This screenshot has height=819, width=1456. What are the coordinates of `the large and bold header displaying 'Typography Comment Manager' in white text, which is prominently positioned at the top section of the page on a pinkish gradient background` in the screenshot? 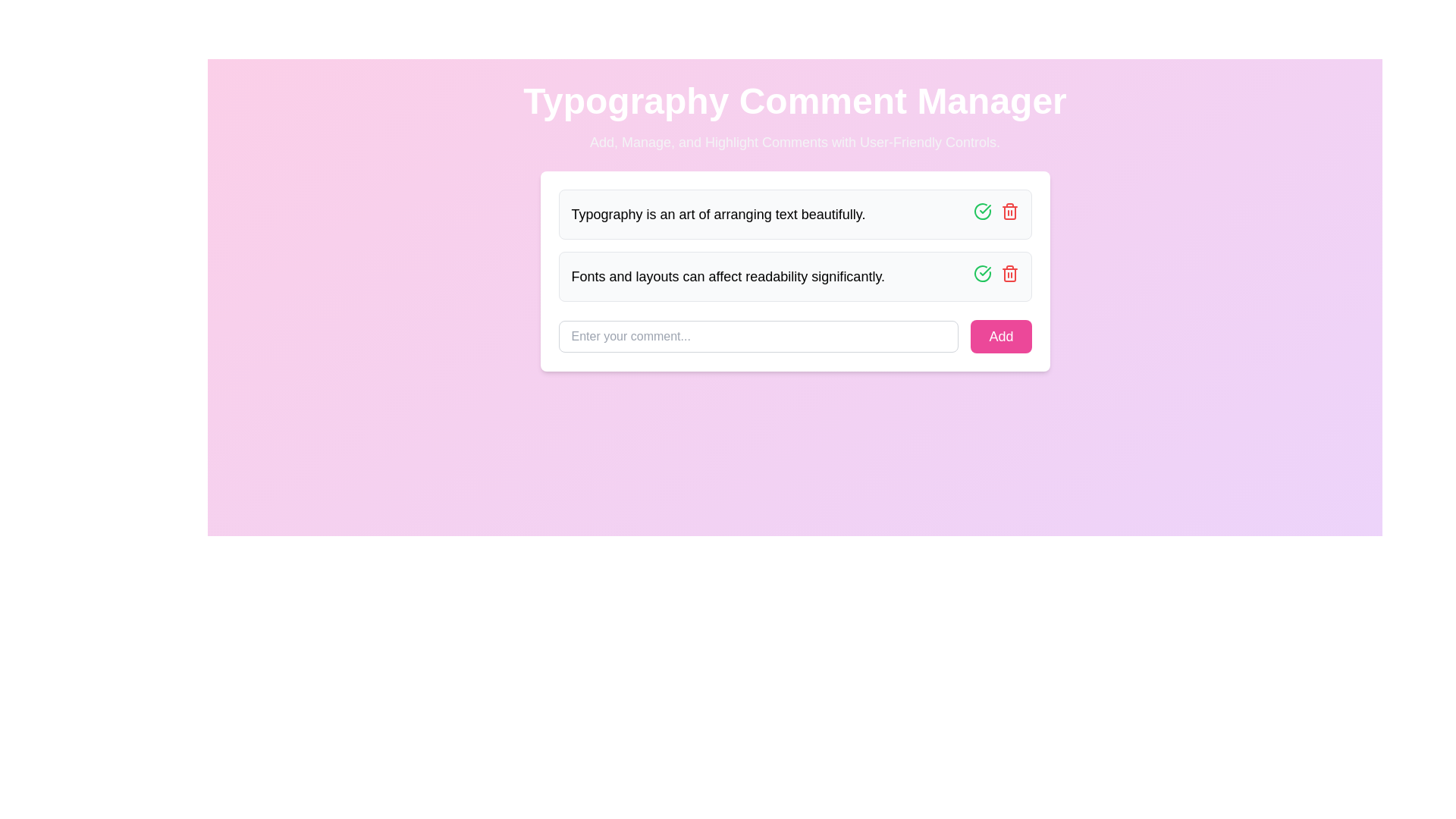 It's located at (794, 102).